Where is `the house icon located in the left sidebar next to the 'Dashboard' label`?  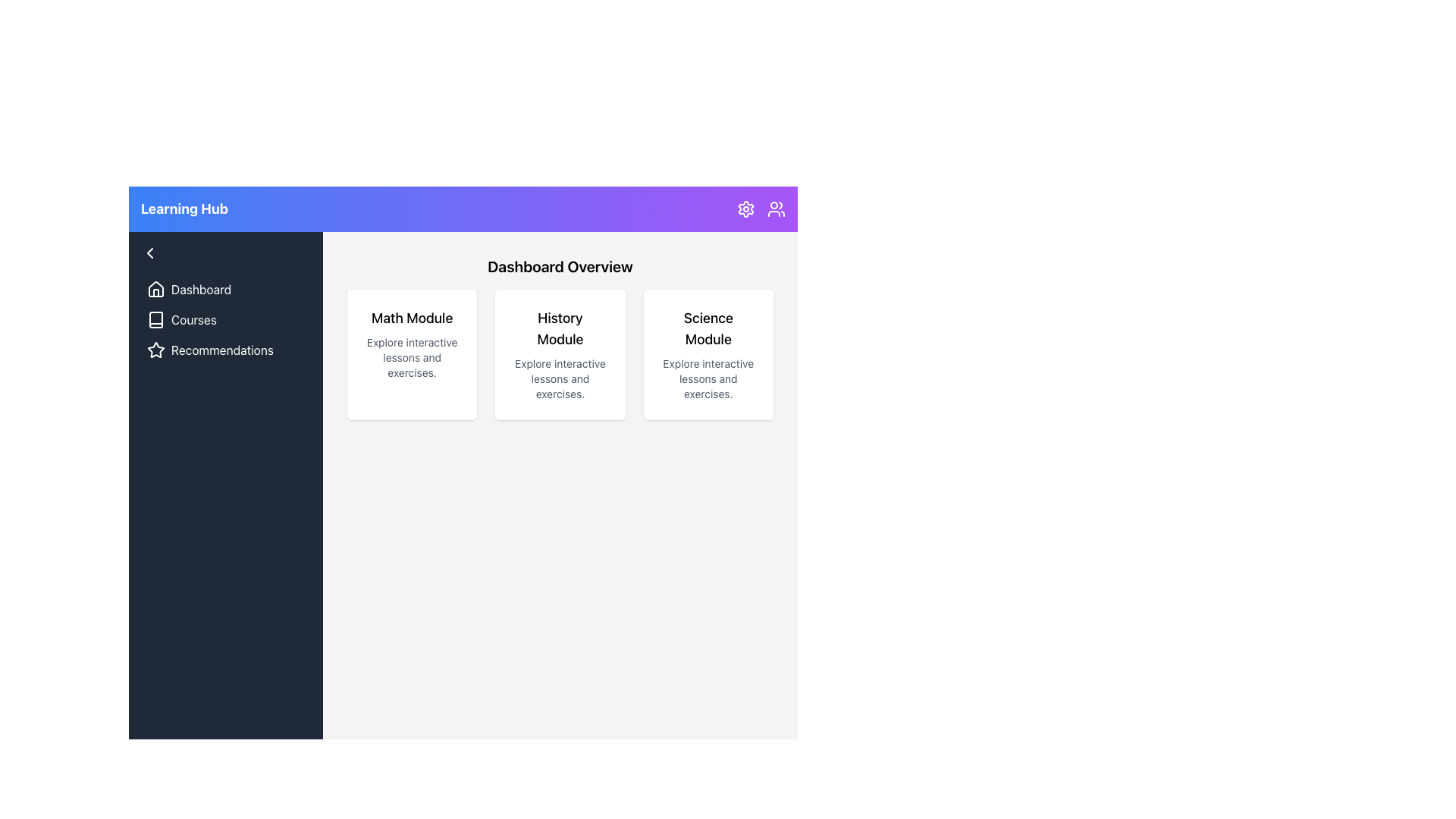
the house icon located in the left sidebar next to the 'Dashboard' label is located at coordinates (156, 289).